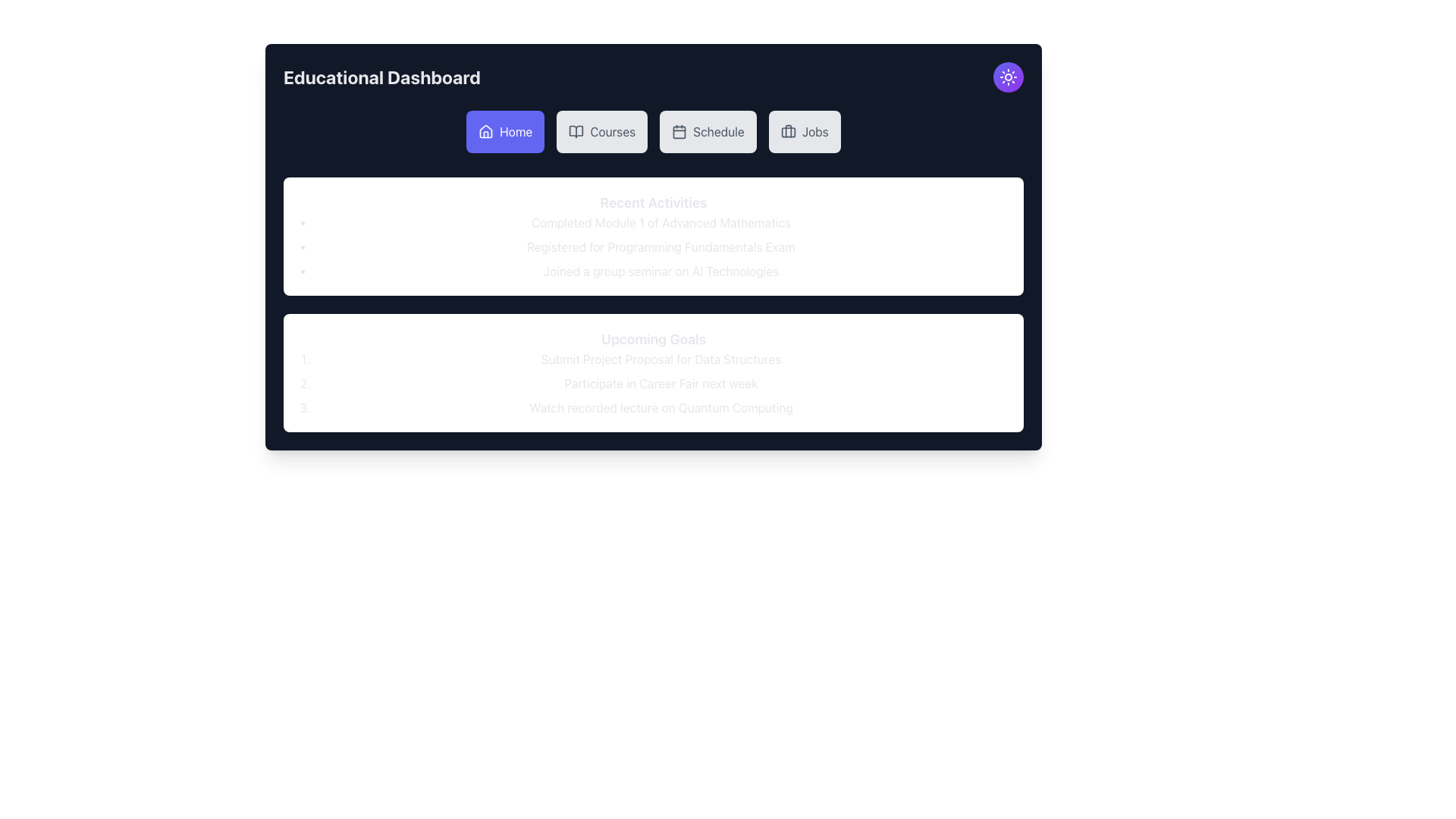 The width and height of the screenshot is (1456, 819). Describe the element at coordinates (486, 130) in the screenshot. I see `the SVG-based icon for the 'Home' button located in the navigation bar at the top of the interface` at that location.